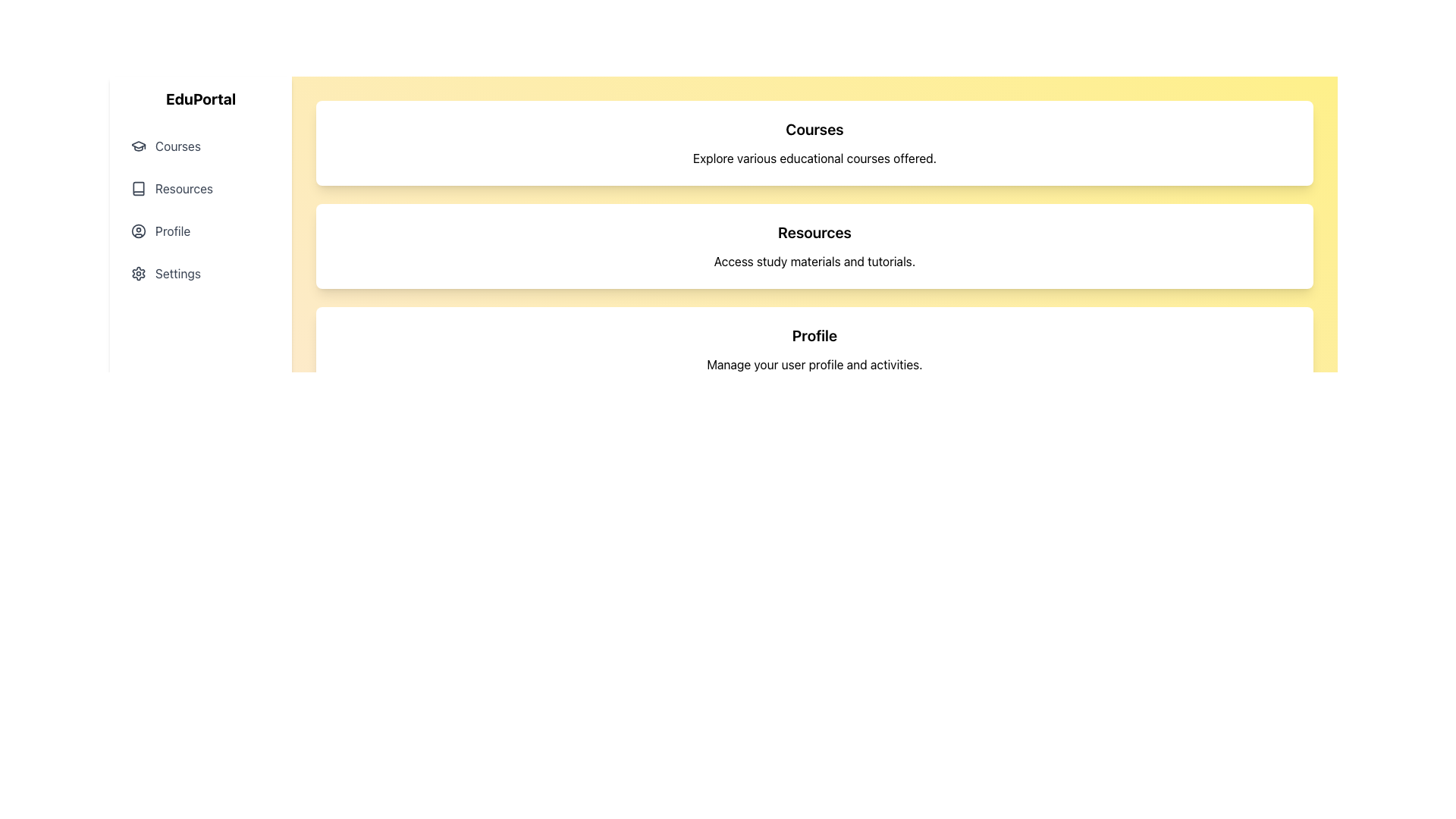  Describe the element at coordinates (199, 231) in the screenshot. I see `the clickable list item for the user's profile section in the vertical navigation menu, located third from the top` at that location.